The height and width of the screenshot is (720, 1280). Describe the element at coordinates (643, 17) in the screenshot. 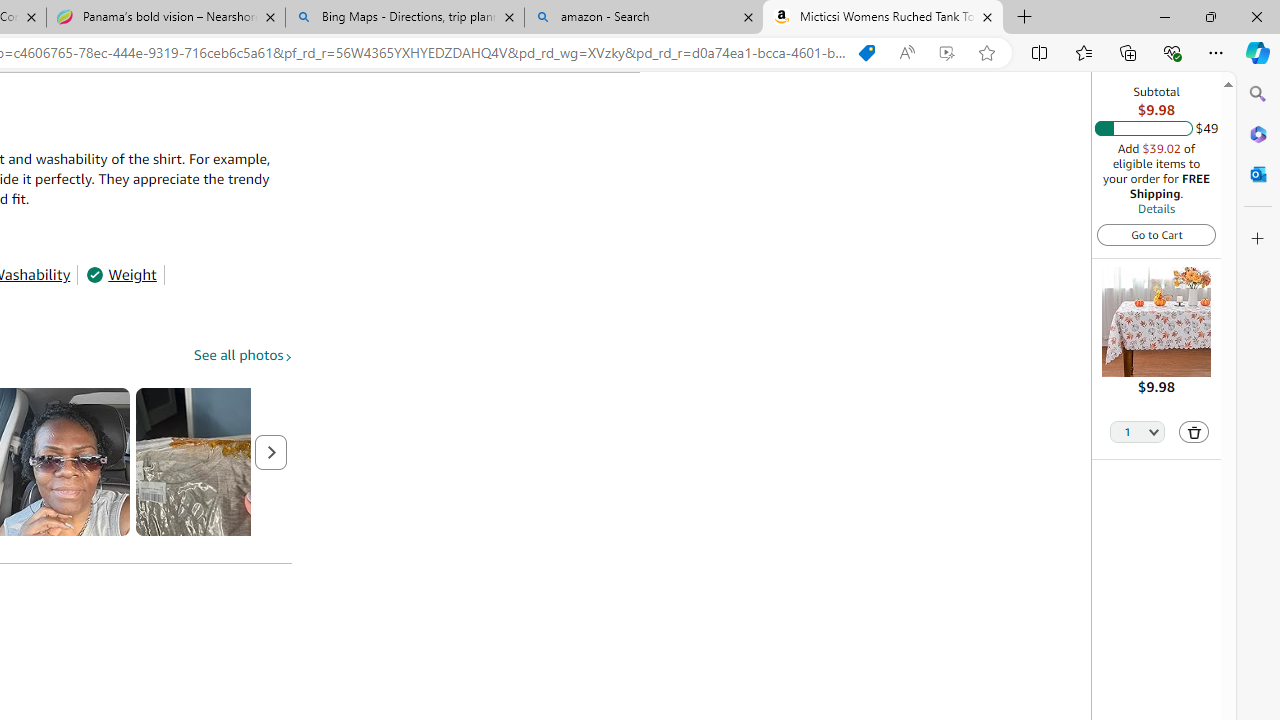

I see `'amazon - Search'` at that location.